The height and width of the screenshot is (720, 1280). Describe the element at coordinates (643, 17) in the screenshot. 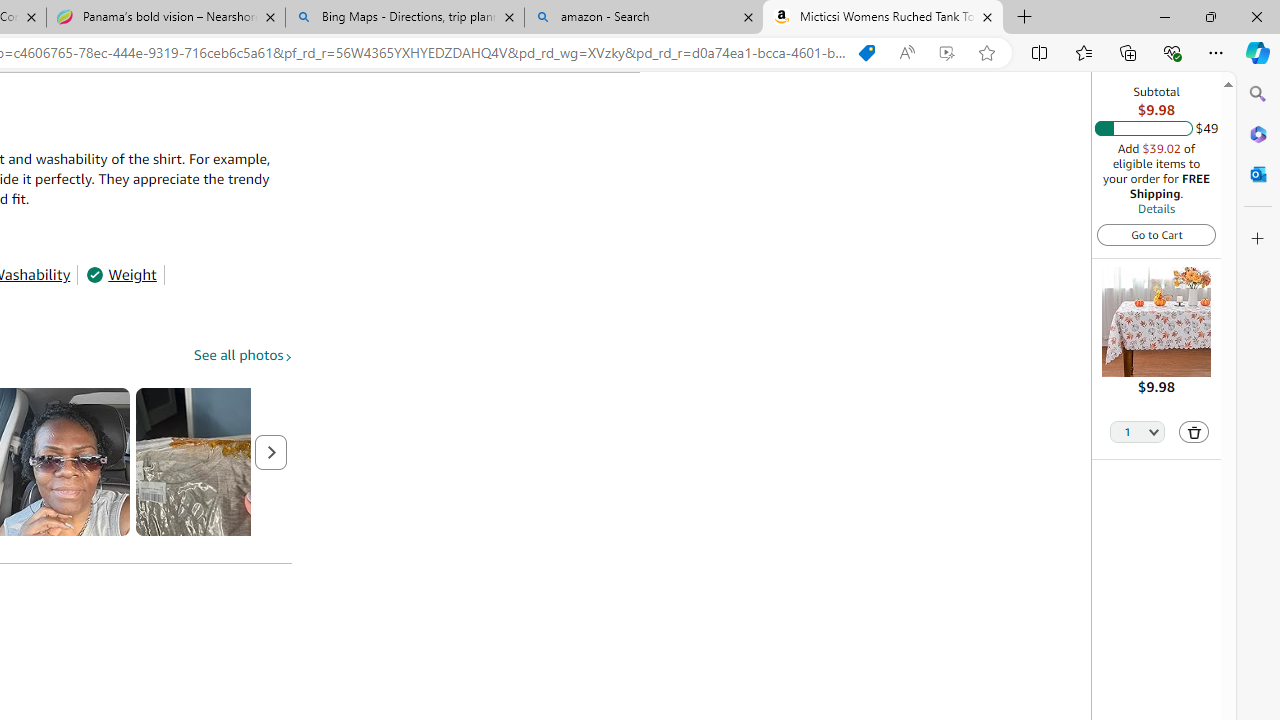

I see `'amazon - Search'` at that location.